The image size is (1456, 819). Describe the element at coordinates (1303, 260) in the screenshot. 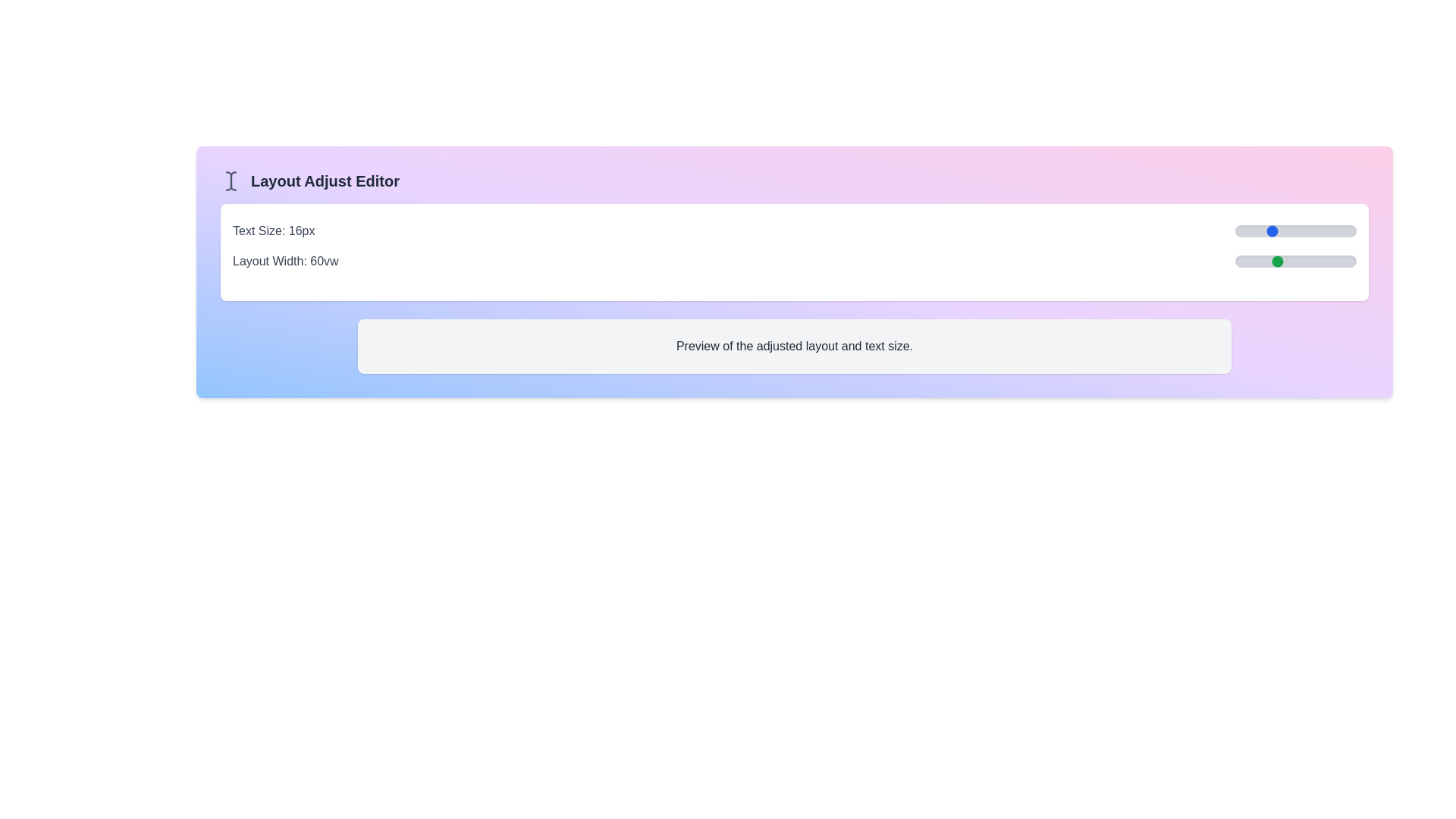

I see `the layout width` at that location.